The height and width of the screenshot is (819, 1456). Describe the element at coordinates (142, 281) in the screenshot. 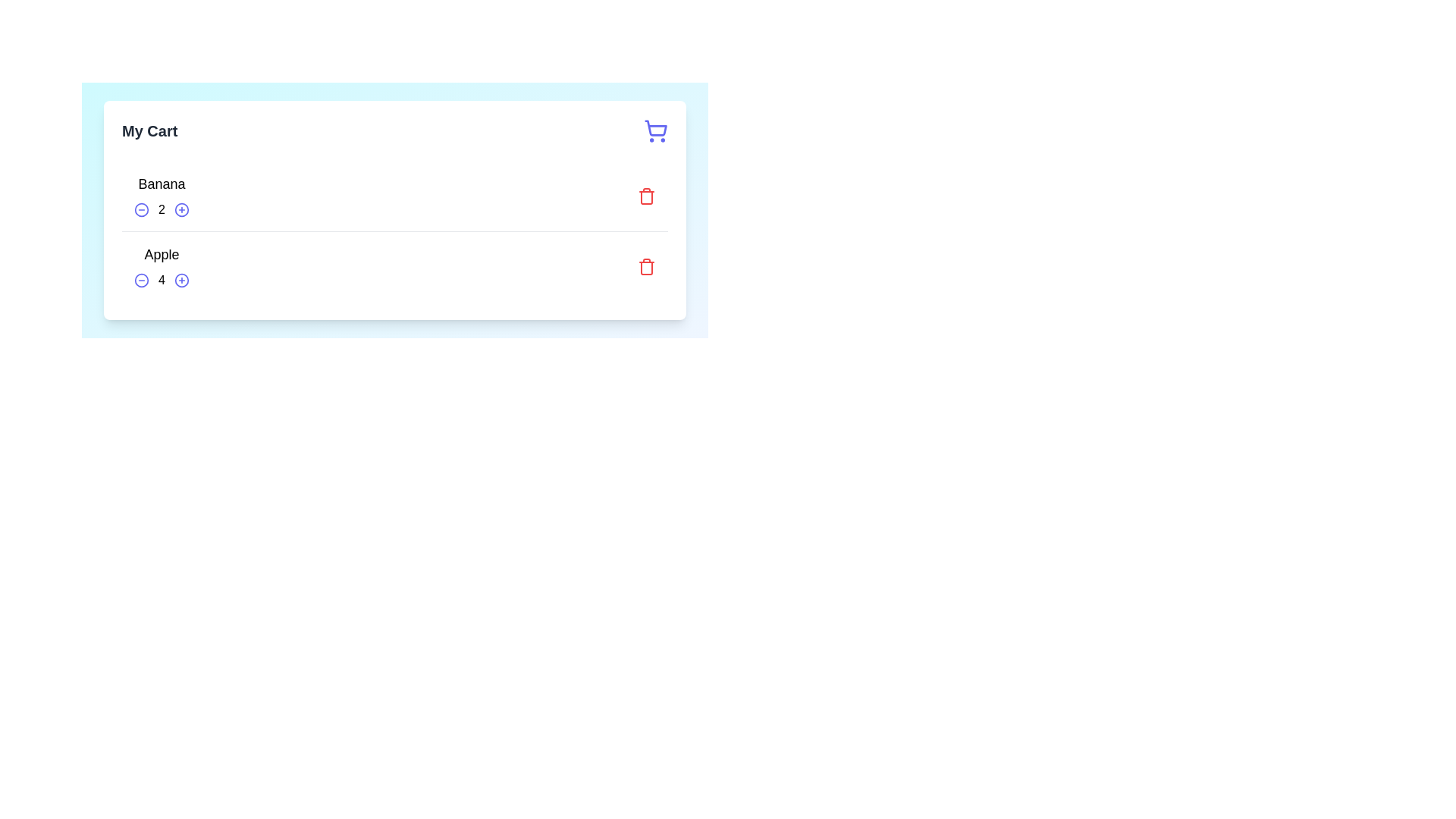

I see `the interactive circular minus icon located in the 'My Cart' section, which is indigo colored and positioned next to the number '4' for quantity adjustment` at that location.